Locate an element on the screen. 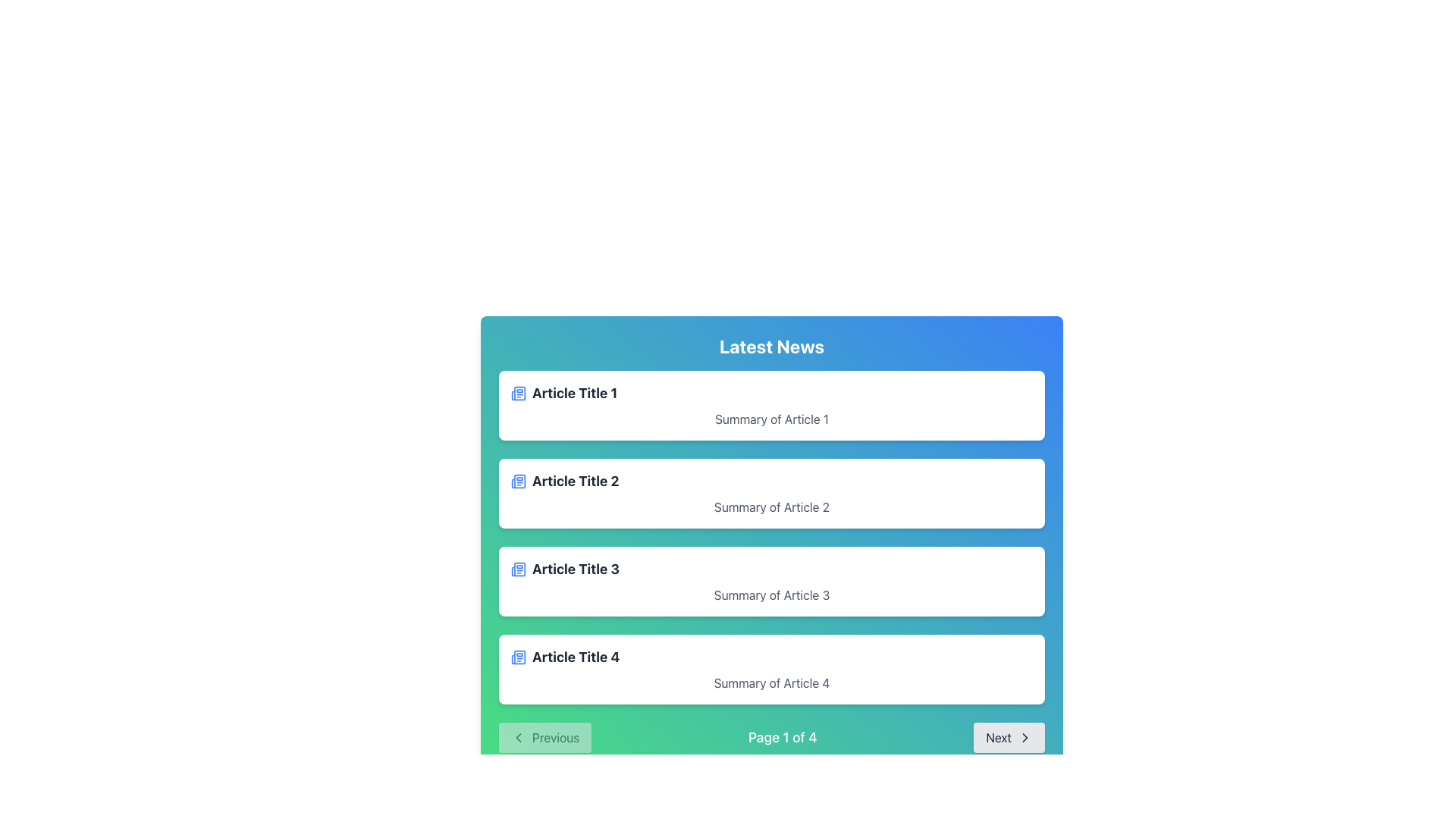  the blue-themed document or newspaper icon located to the left of 'Article Title 3' in the third row to focus on the associated article is located at coordinates (519, 570).